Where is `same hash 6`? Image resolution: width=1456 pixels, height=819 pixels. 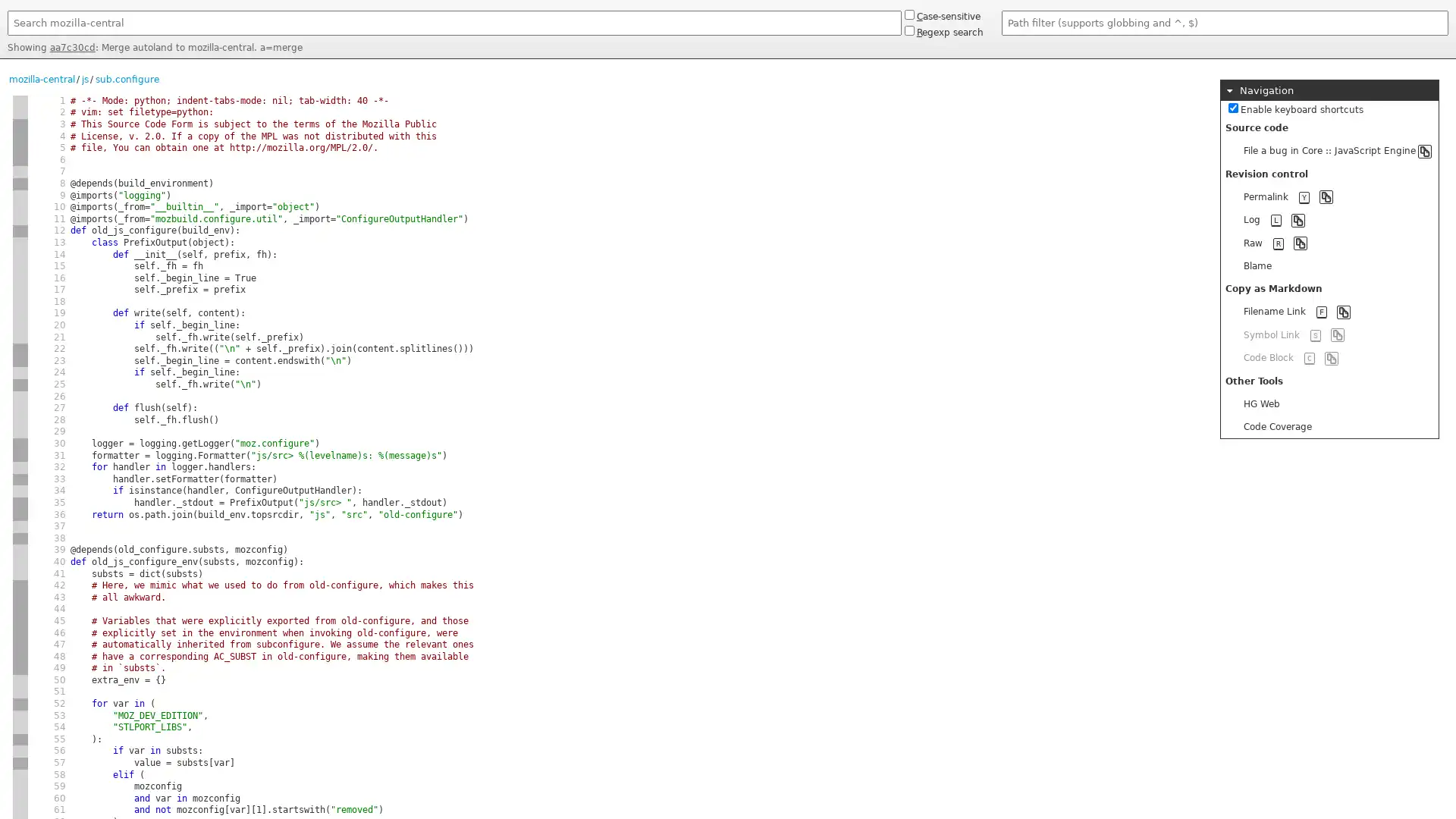
same hash 6 is located at coordinates (20, 312).